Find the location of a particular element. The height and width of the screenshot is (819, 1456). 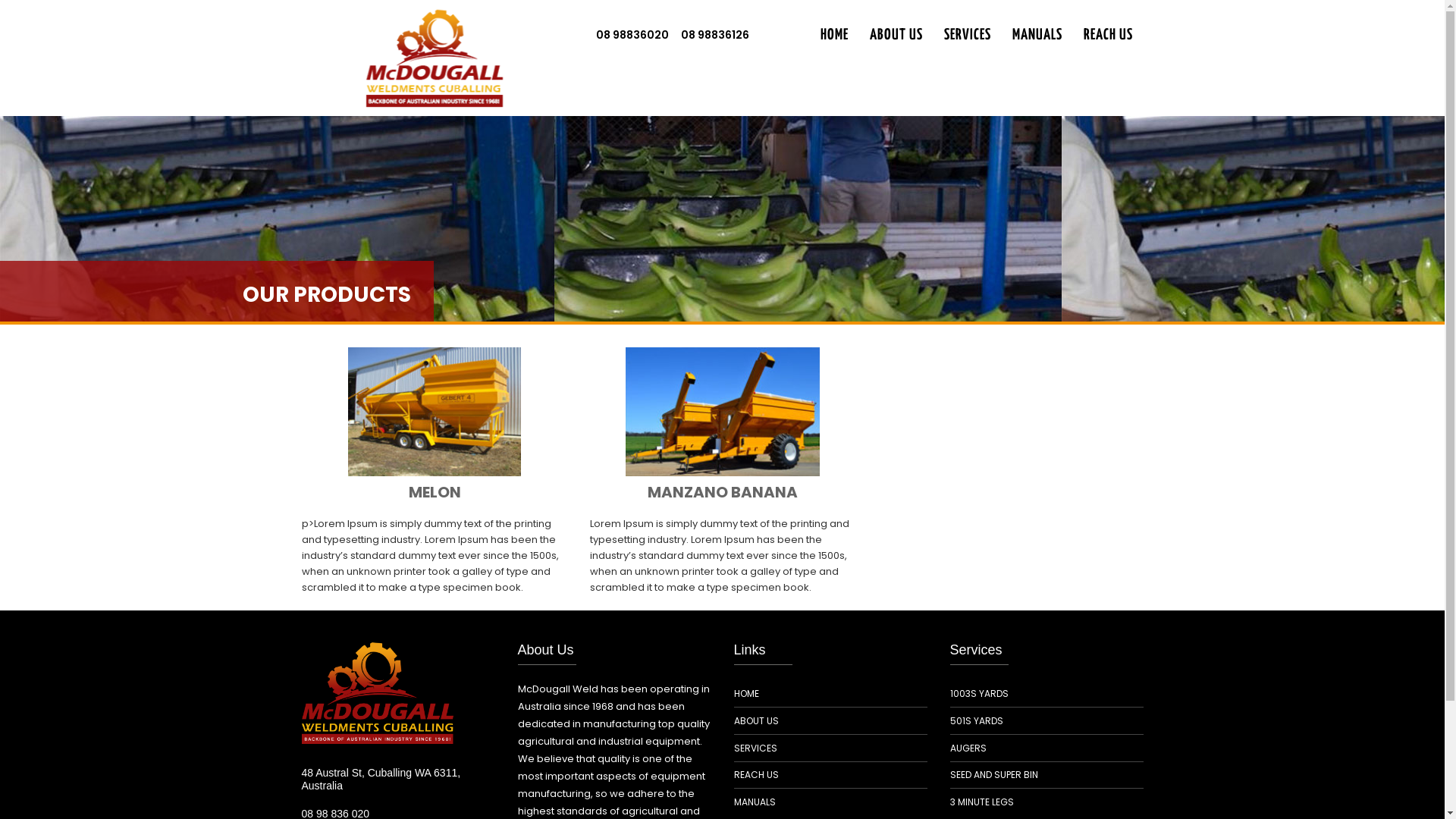

'501S YARDS' is located at coordinates (949, 720).